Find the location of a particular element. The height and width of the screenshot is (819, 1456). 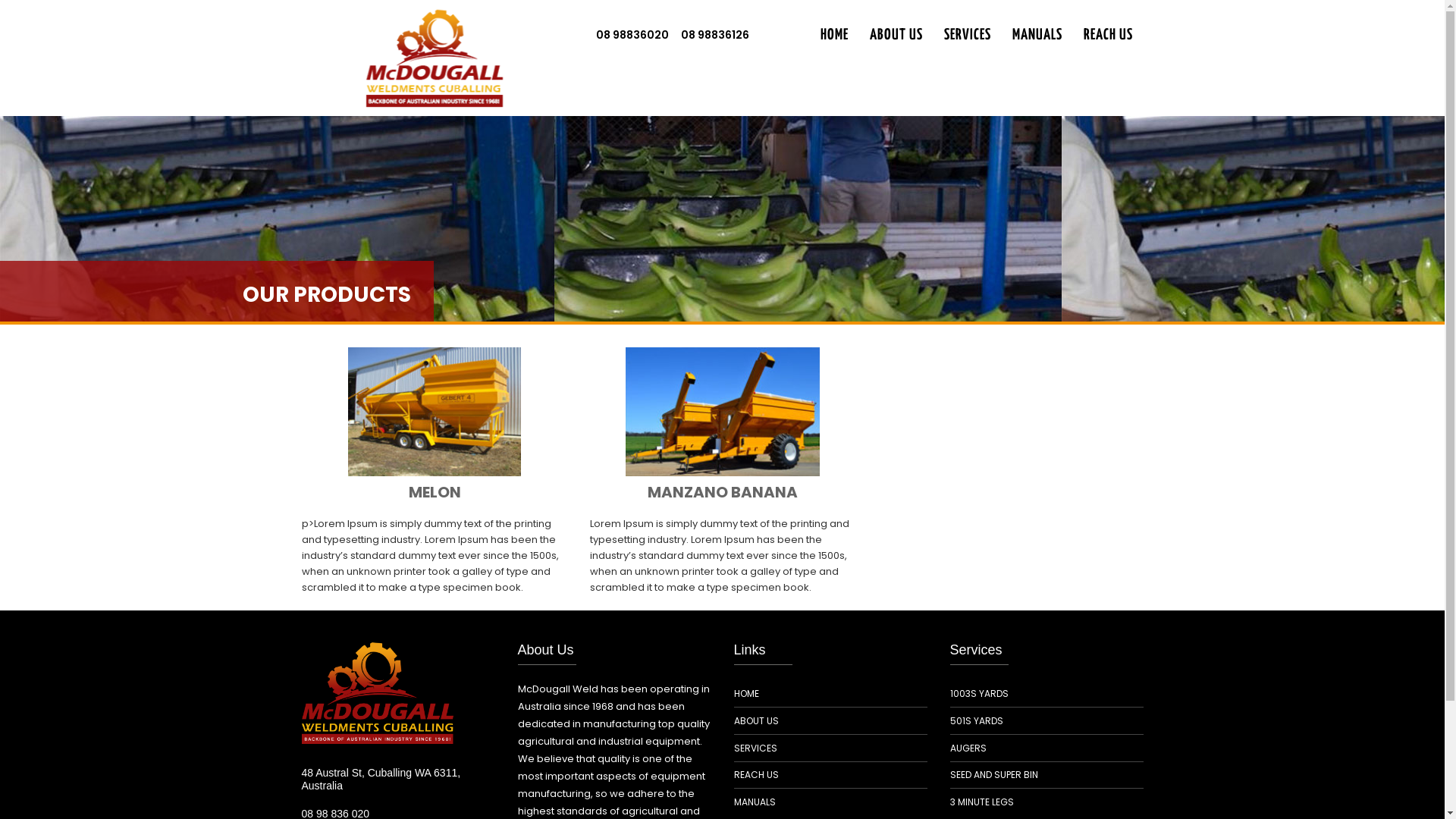

'501S YARDS' is located at coordinates (949, 720).